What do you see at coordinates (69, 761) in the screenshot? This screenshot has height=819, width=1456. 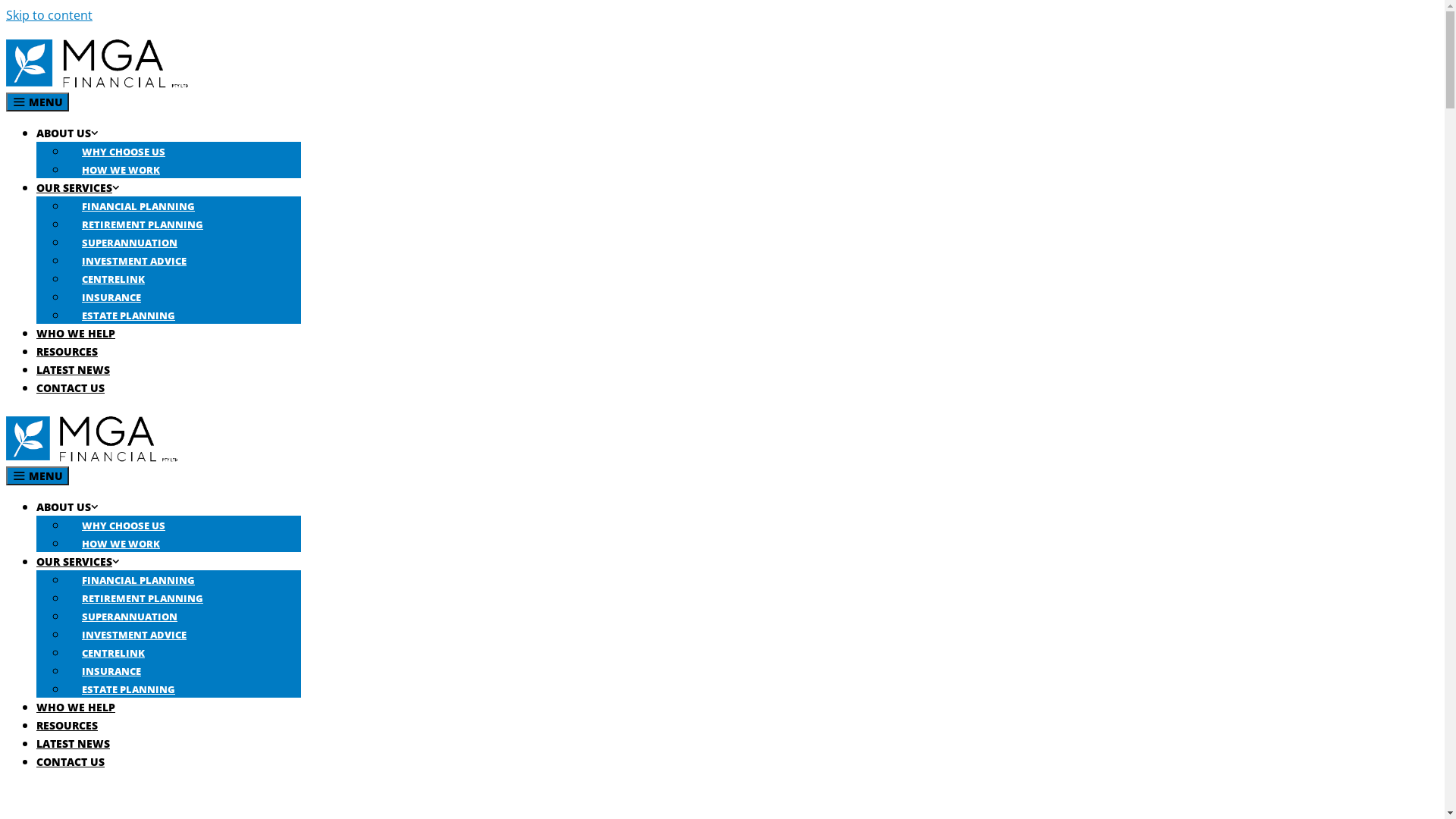 I see `'CONTACT US'` at bounding box center [69, 761].